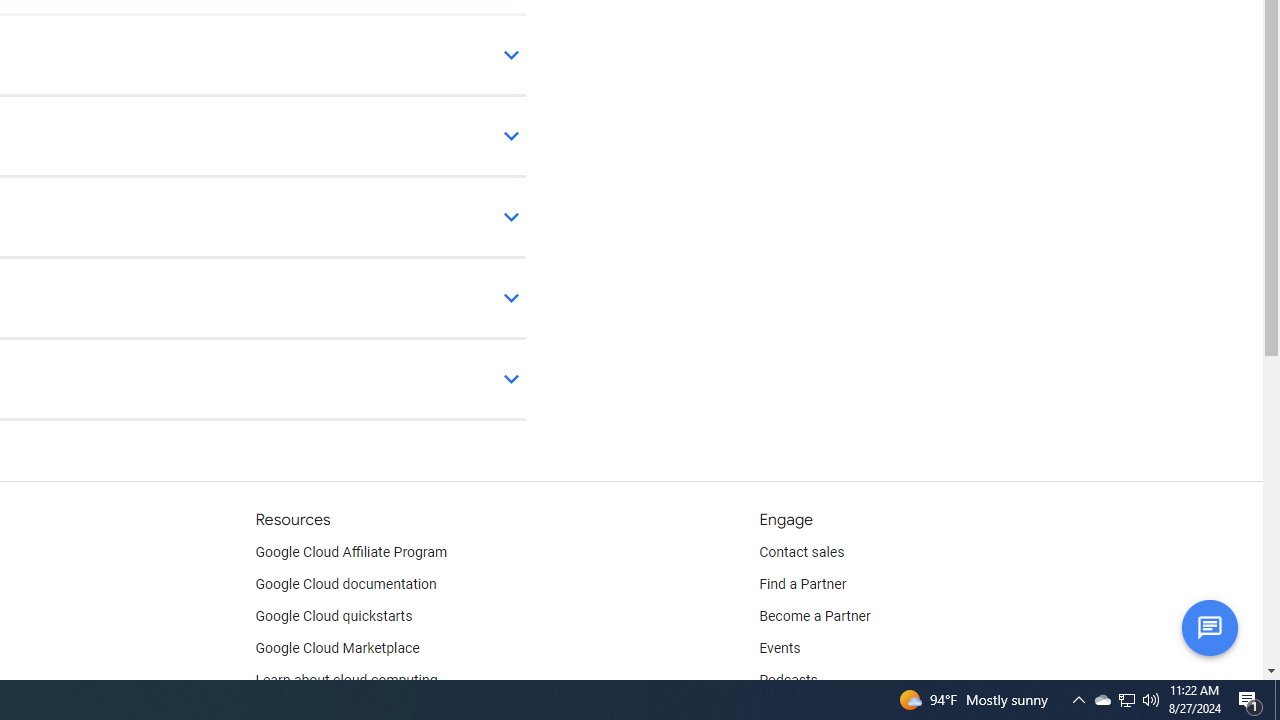  Describe the element at coordinates (787, 680) in the screenshot. I see `'Podcasts'` at that location.